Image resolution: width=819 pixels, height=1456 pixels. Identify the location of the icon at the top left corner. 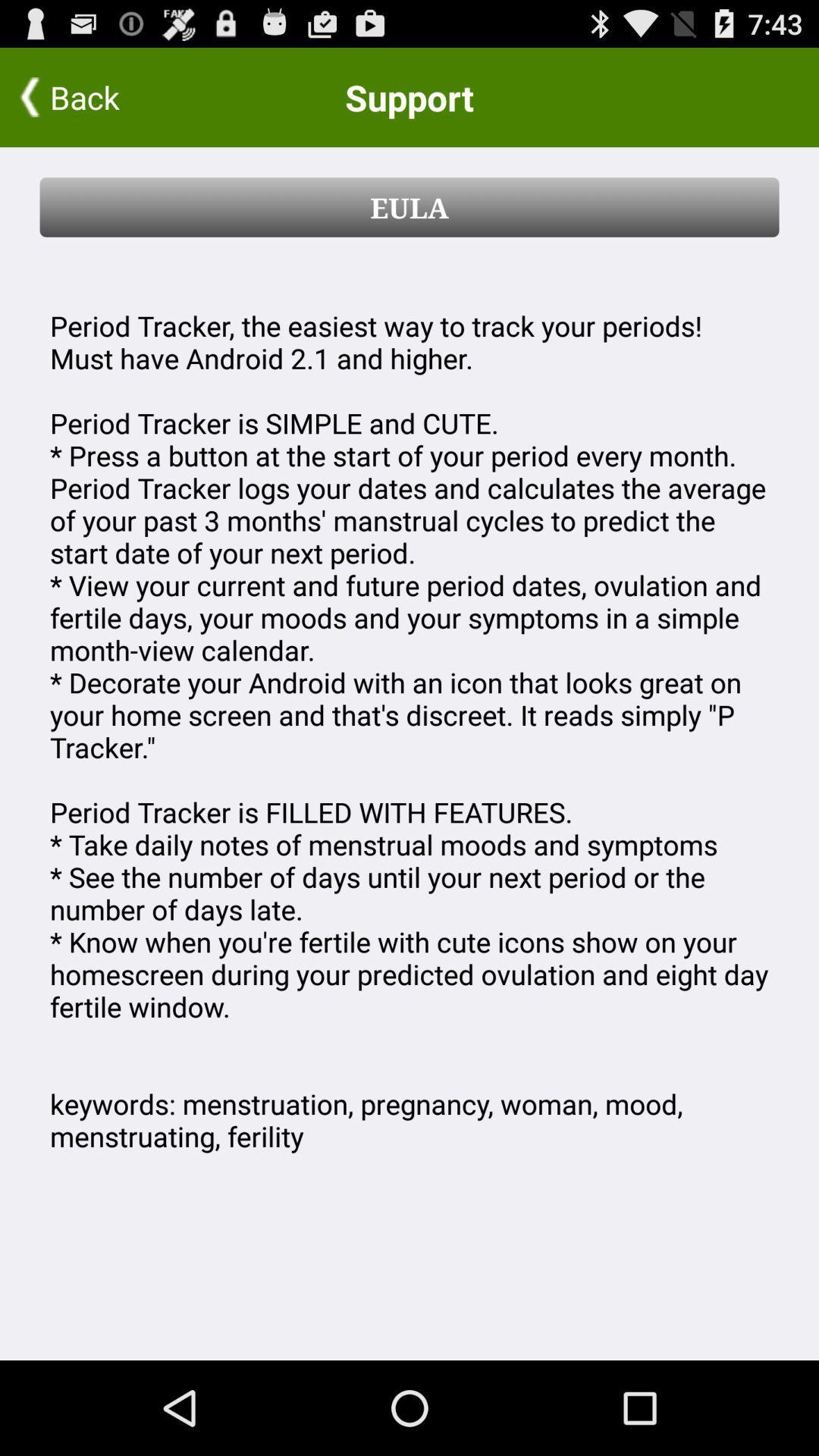
(99, 96).